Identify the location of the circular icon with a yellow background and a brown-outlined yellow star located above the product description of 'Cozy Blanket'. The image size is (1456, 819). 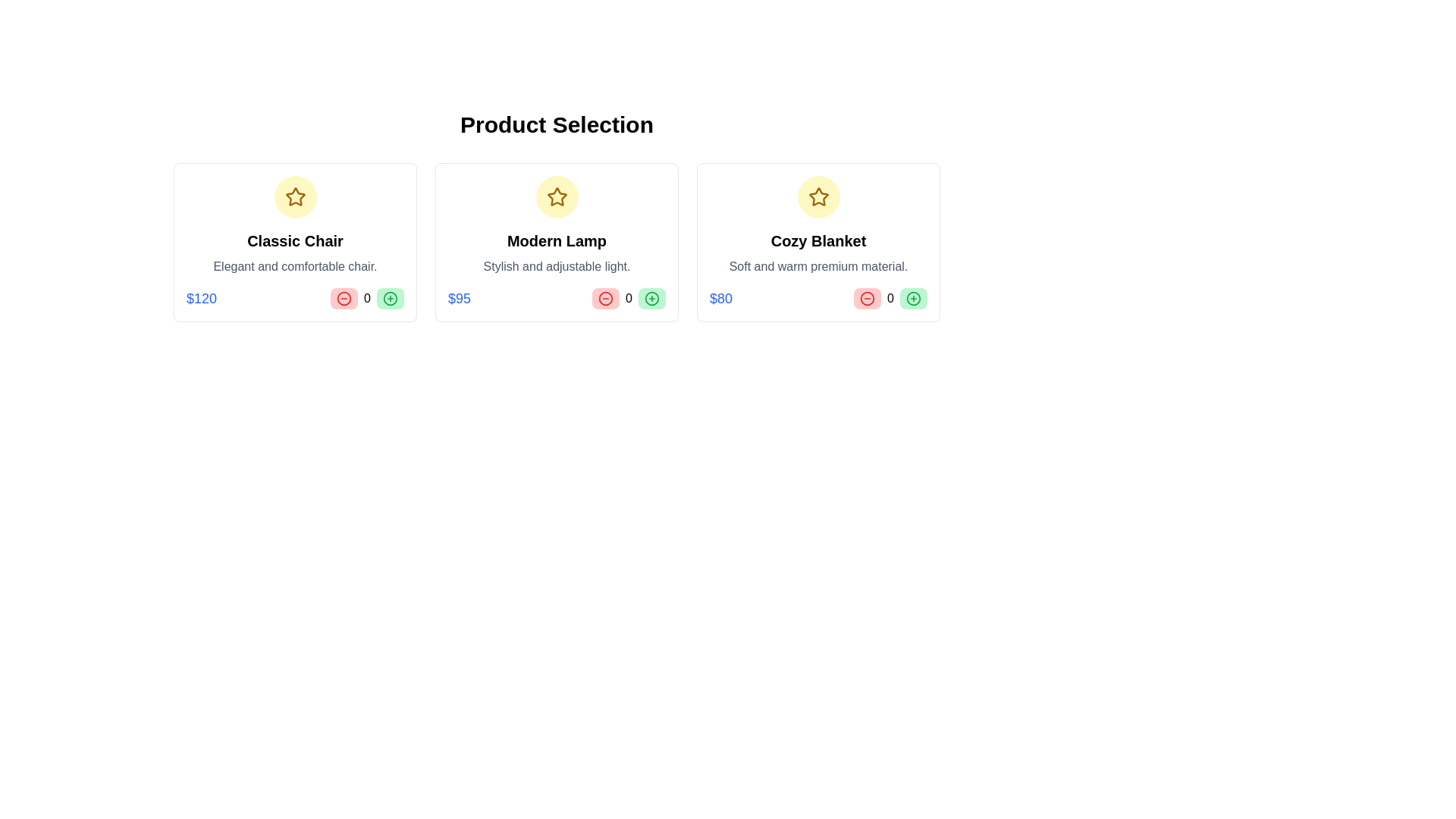
(817, 196).